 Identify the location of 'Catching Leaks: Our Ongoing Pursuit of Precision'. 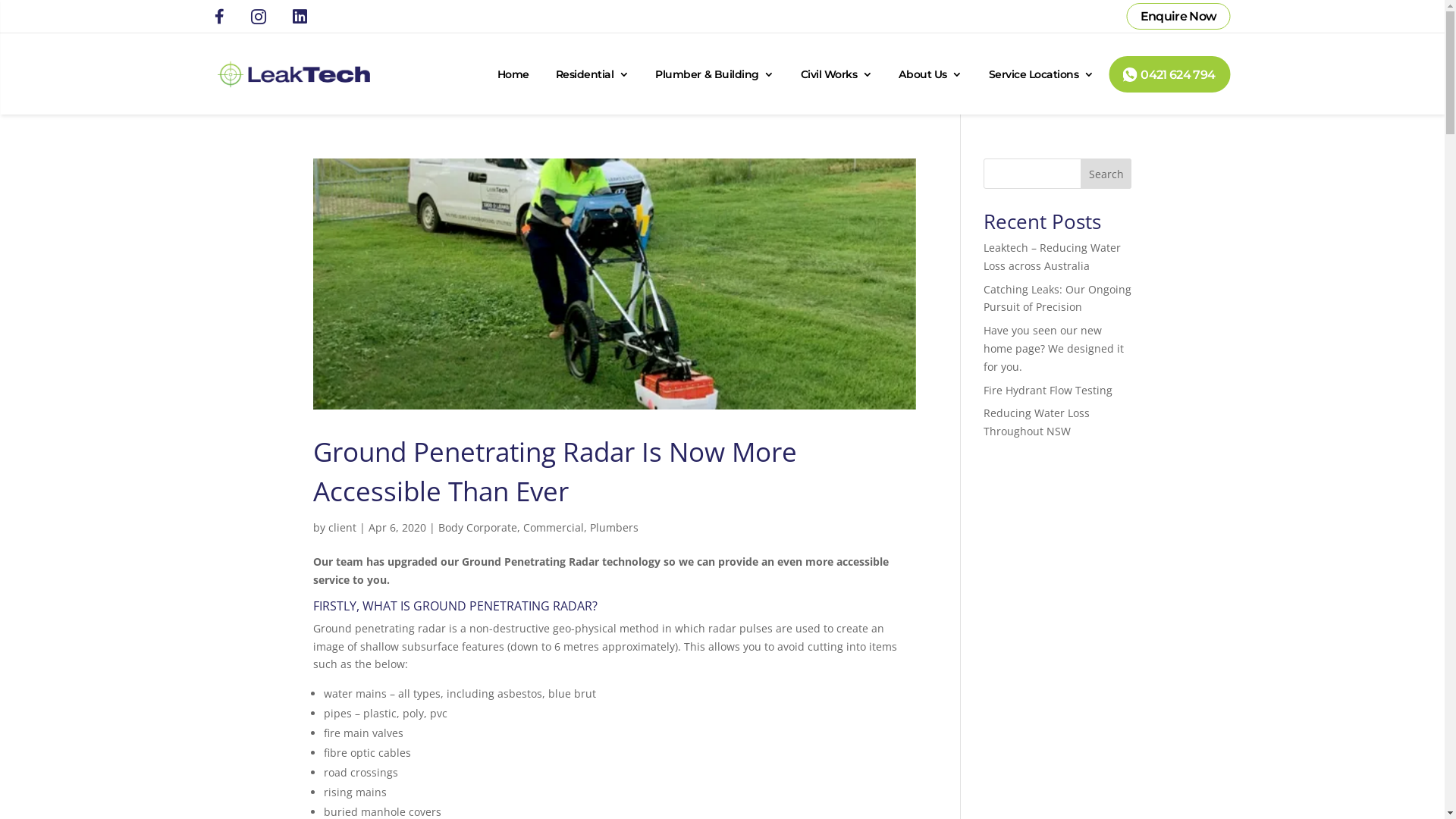
(1056, 298).